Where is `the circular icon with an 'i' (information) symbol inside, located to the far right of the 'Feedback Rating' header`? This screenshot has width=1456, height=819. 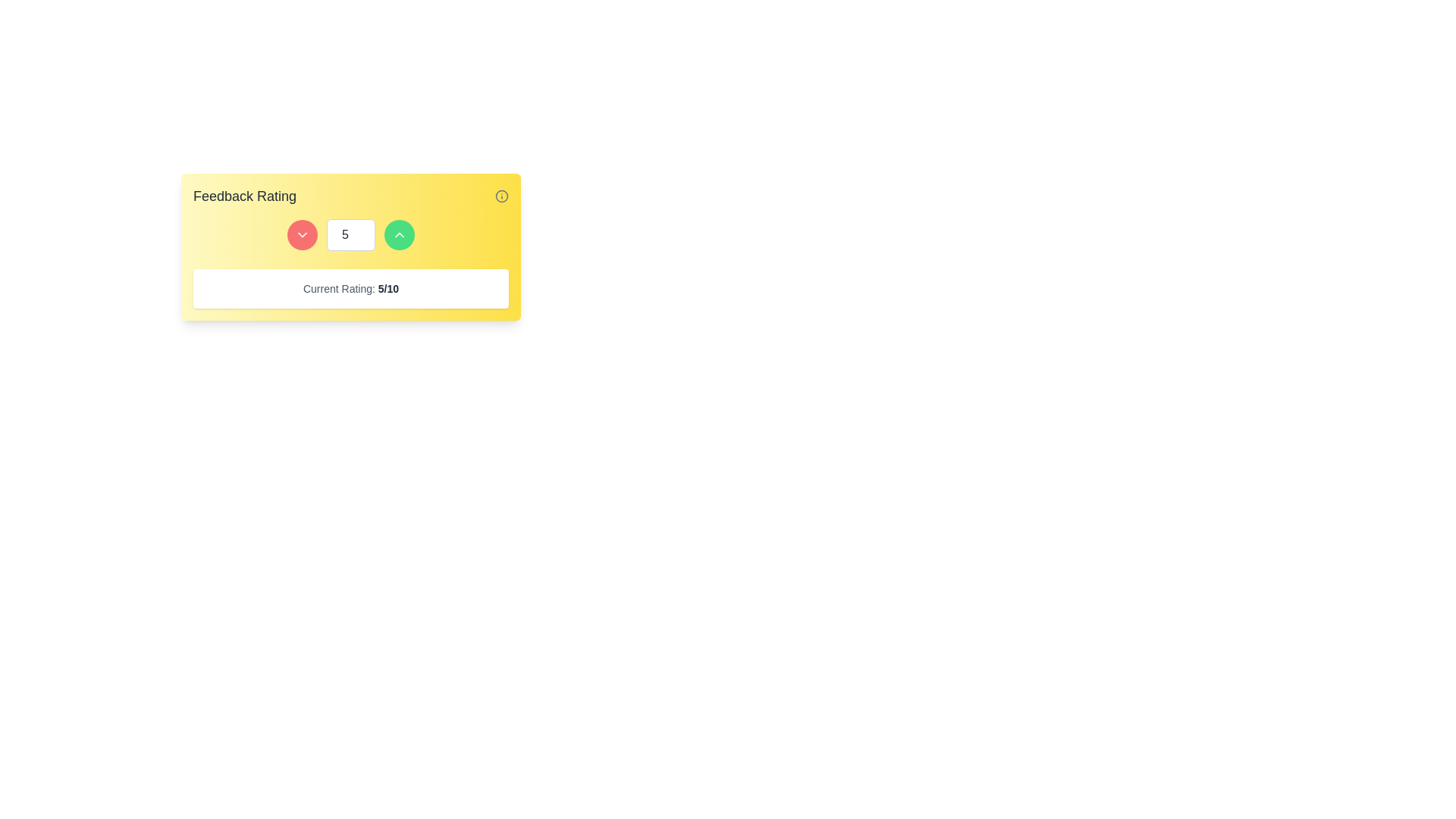
the circular icon with an 'i' (information) symbol inside, located to the far right of the 'Feedback Rating' header is located at coordinates (502, 195).